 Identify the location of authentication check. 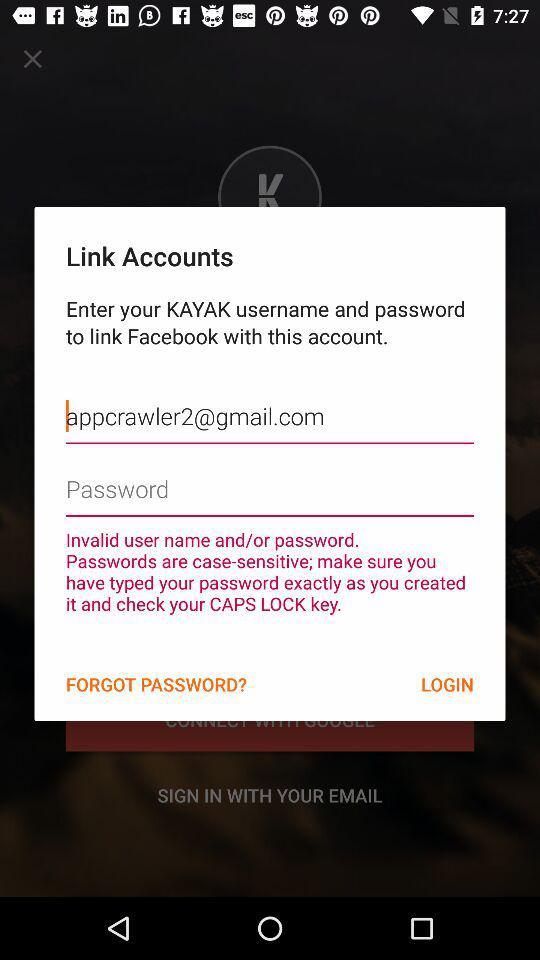
(270, 474).